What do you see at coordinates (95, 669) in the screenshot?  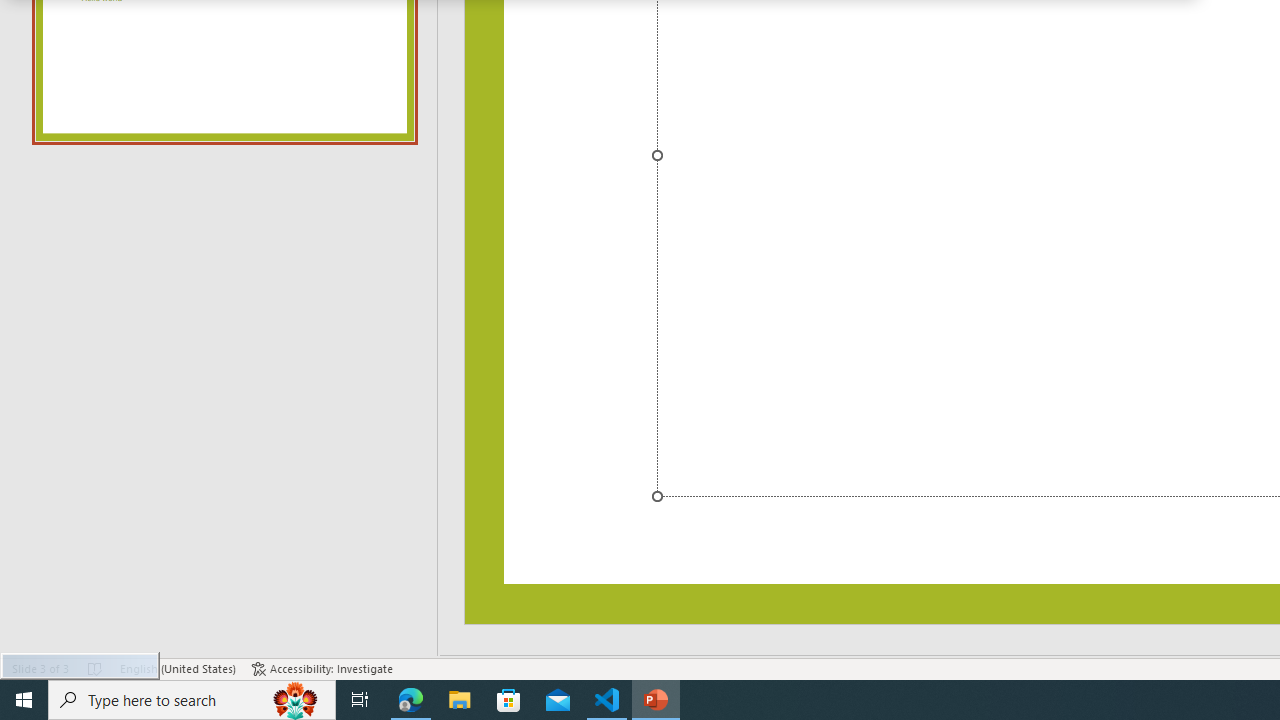 I see `'Spell Check No Errors'` at bounding box center [95, 669].